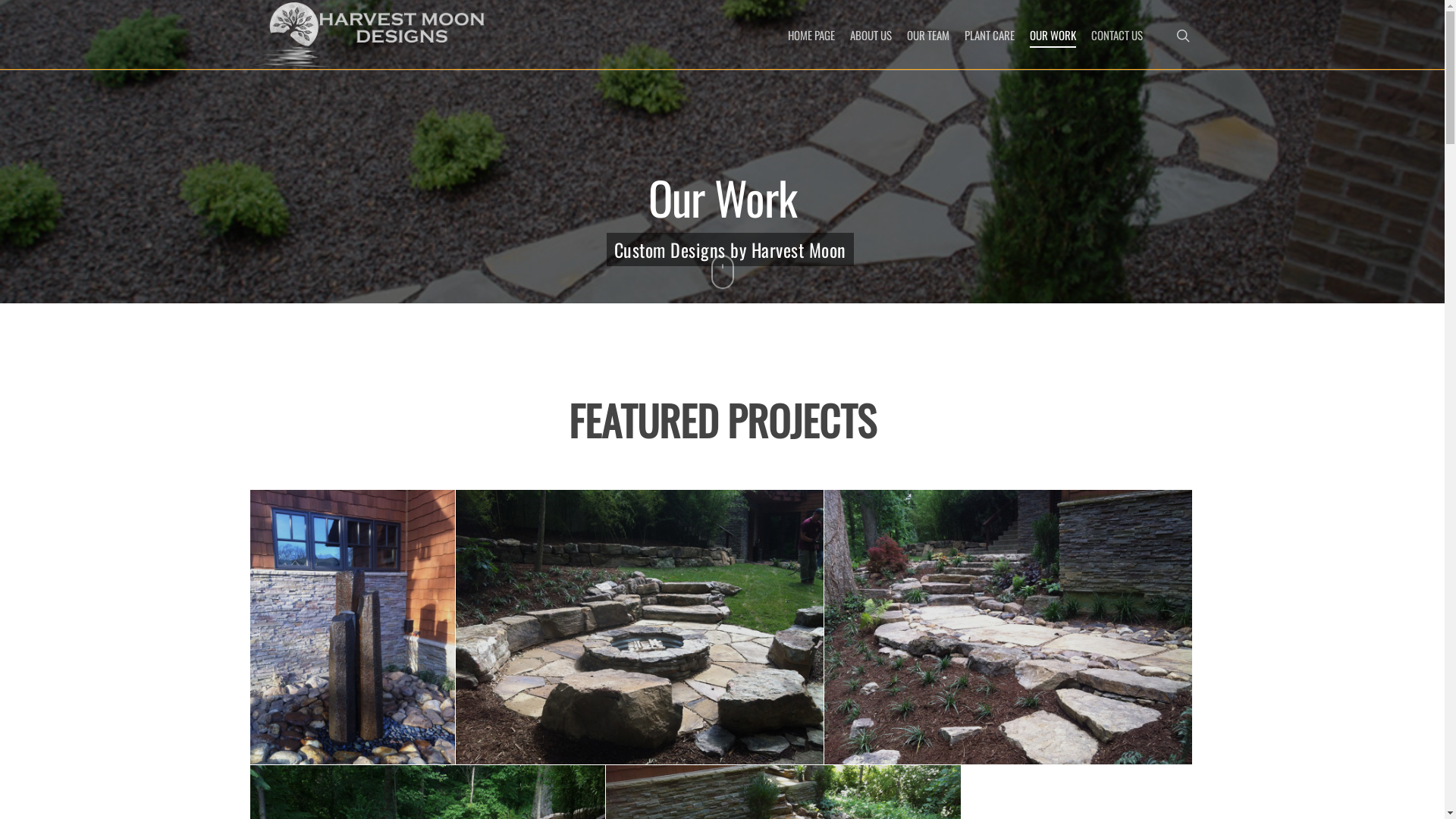 Image resolution: width=1456 pixels, height=819 pixels. I want to click on 'OUR WORK', so click(1030, 34).